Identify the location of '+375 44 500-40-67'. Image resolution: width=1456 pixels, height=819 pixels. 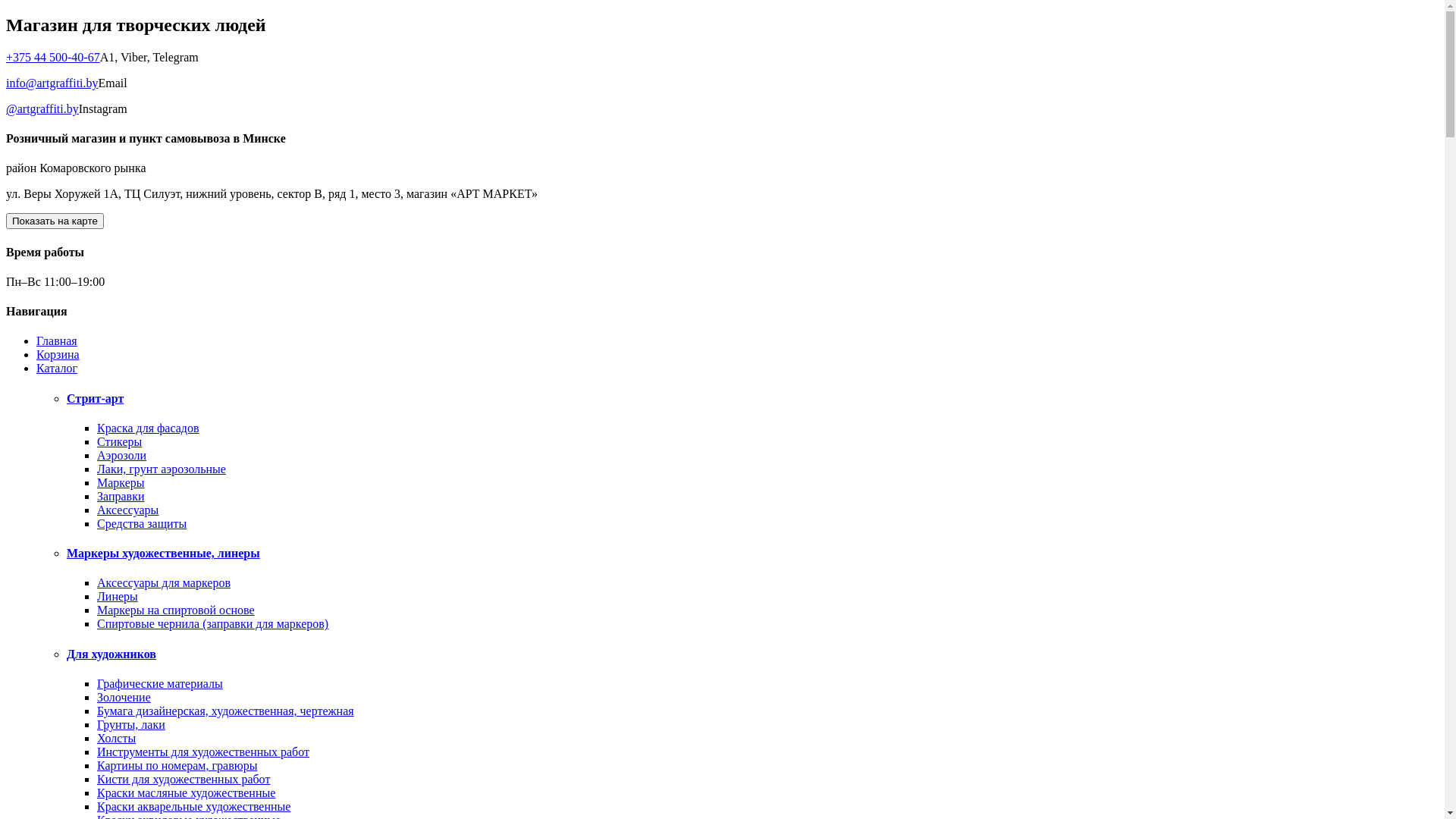
(6, 56).